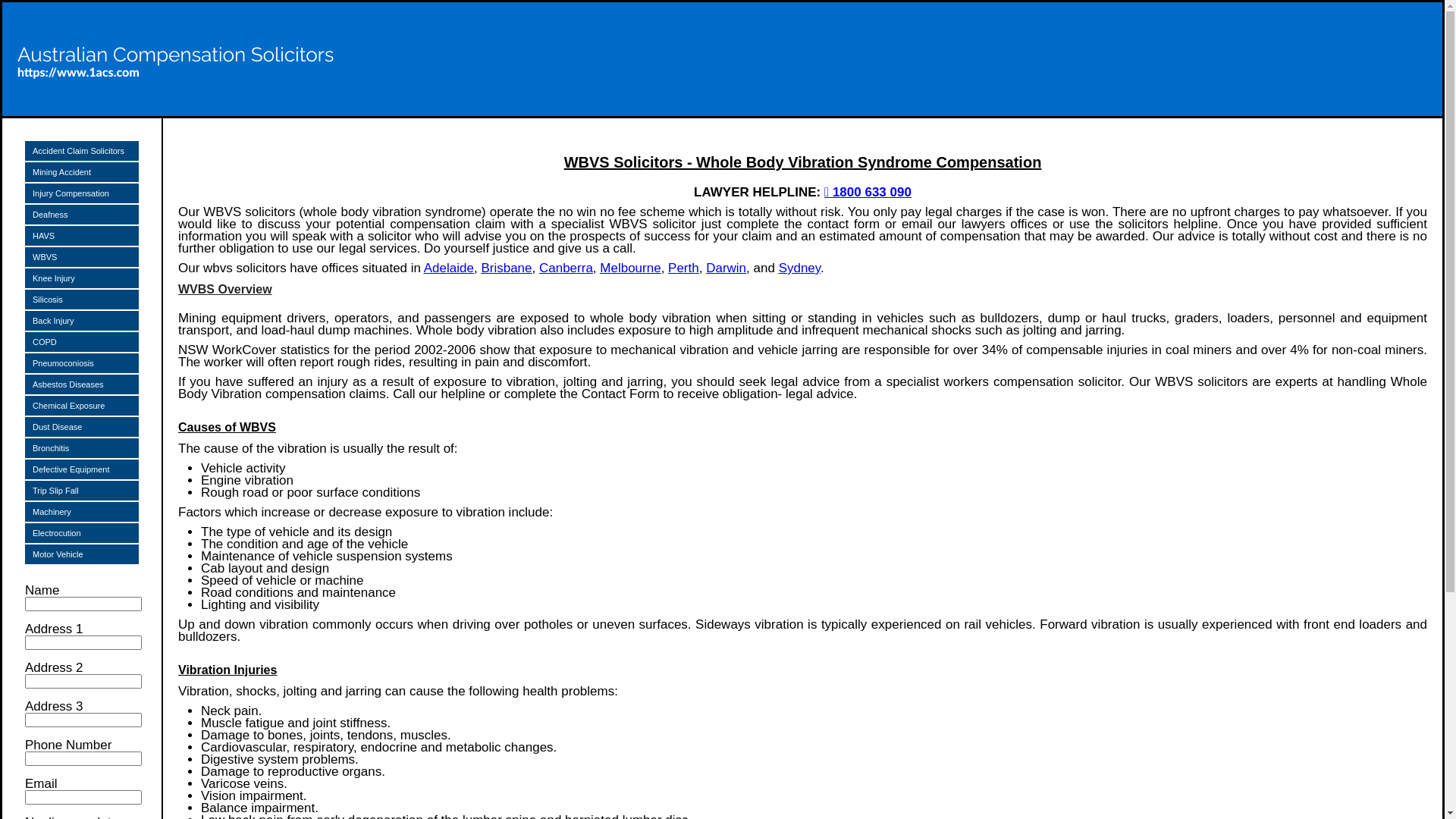 The height and width of the screenshot is (819, 1456). What do you see at coordinates (80, 236) in the screenshot?
I see `'HAVS'` at bounding box center [80, 236].